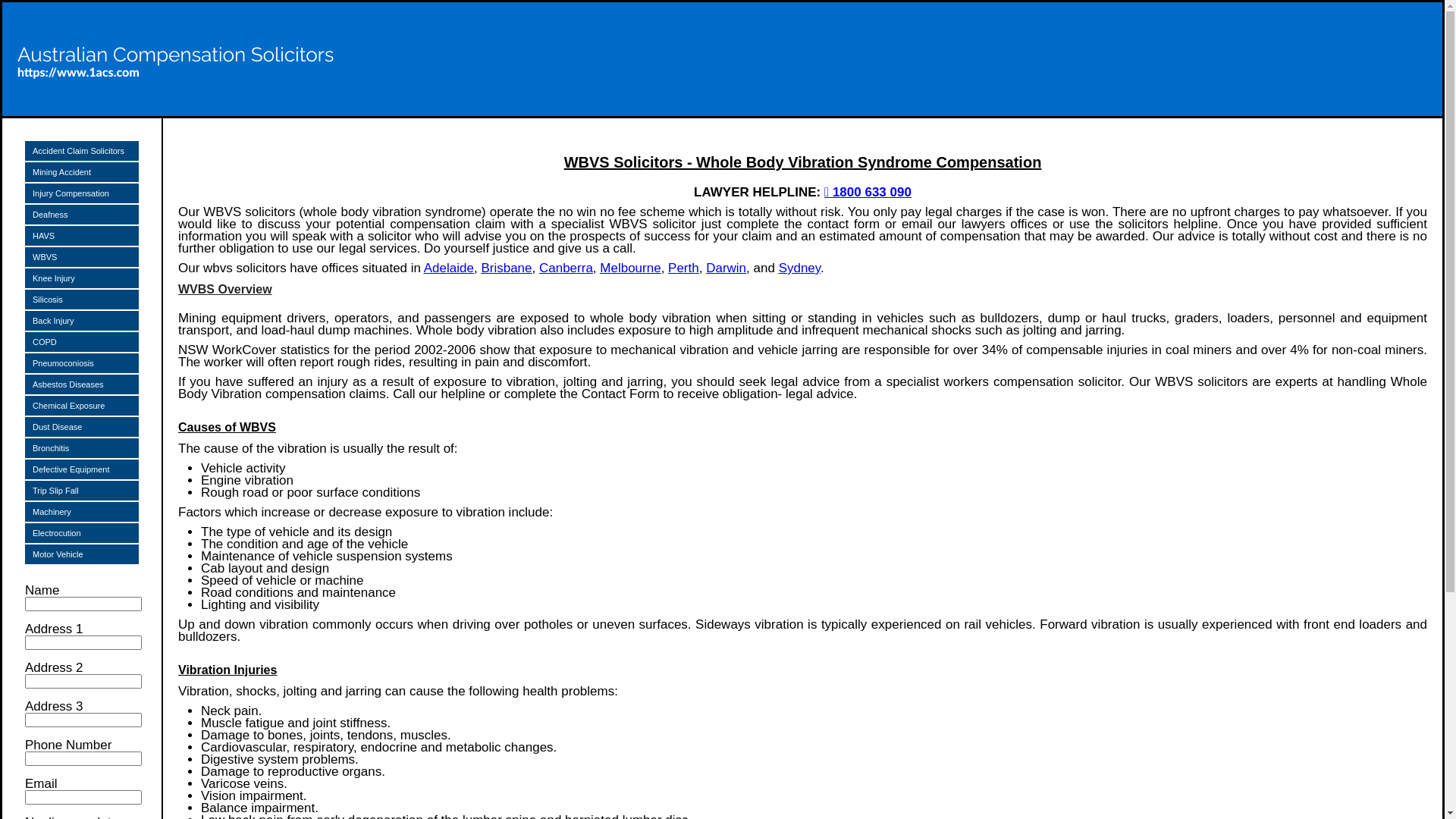 The height and width of the screenshot is (819, 1456). What do you see at coordinates (80, 236) in the screenshot?
I see `'HAVS'` at bounding box center [80, 236].